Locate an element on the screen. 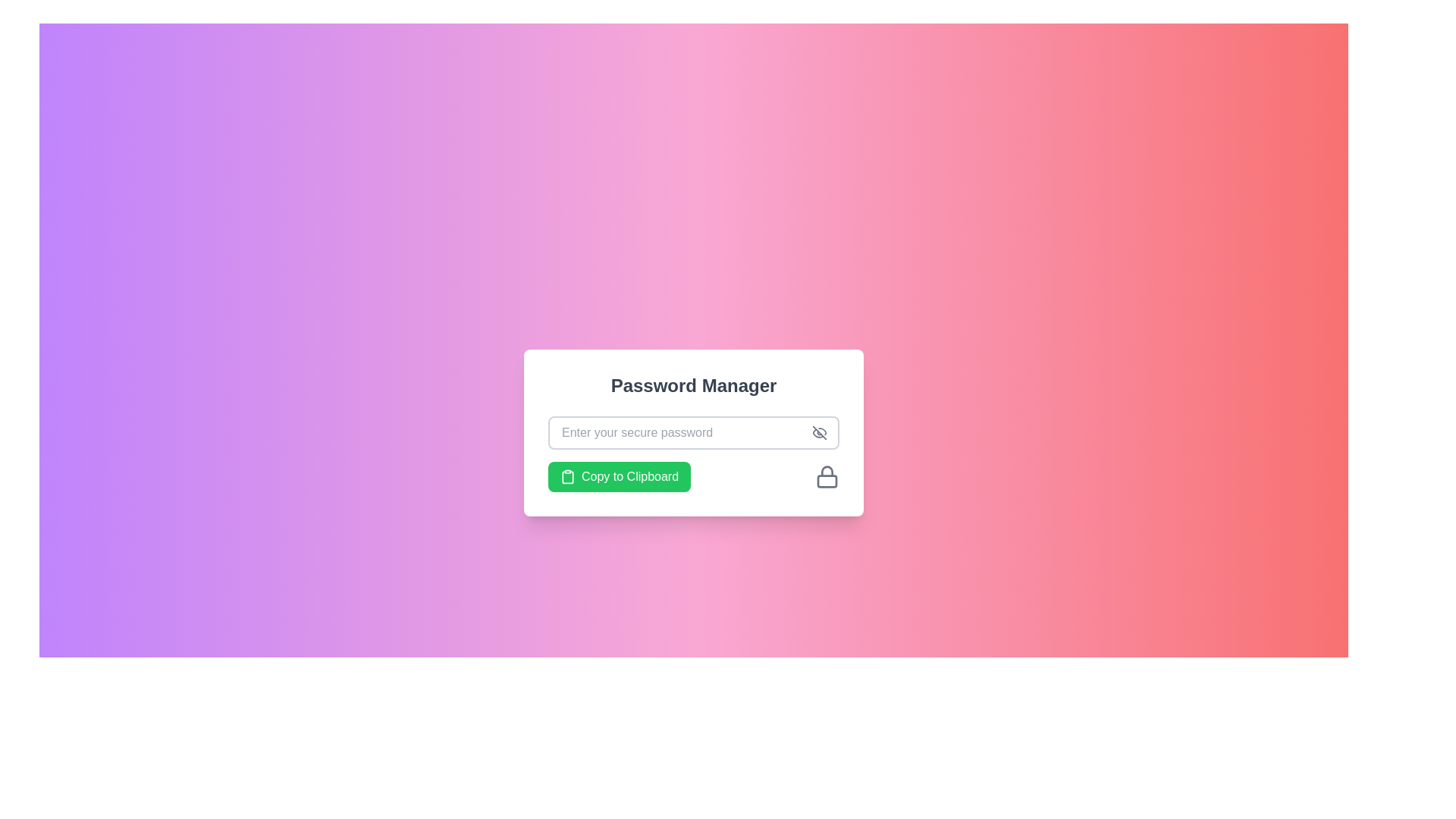 The width and height of the screenshot is (1456, 819). the bold 'Password Manager' text label that is prominently displayed in dark gray above the password input field is located at coordinates (693, 385).